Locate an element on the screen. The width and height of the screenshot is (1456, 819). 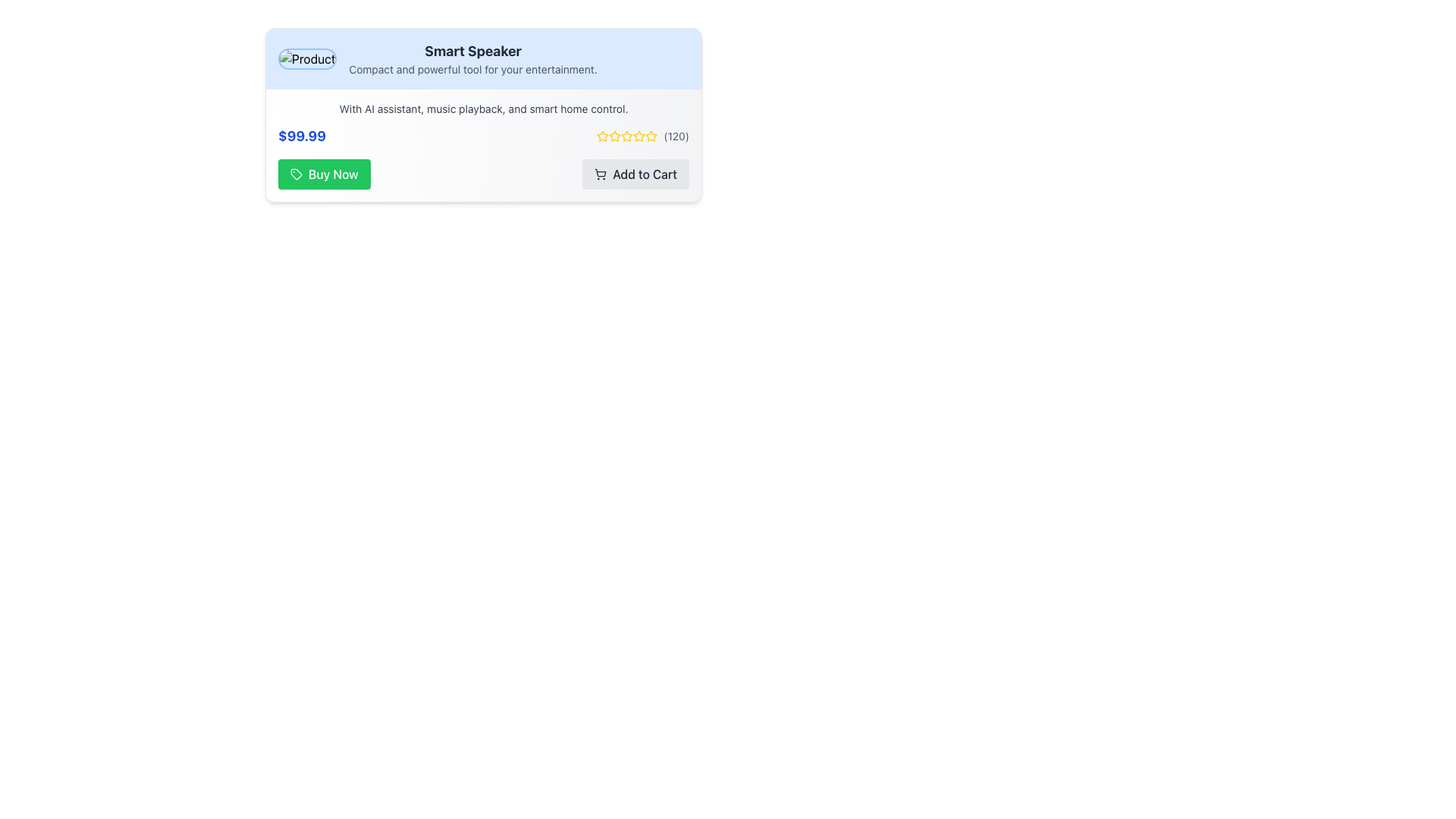
the fifth Rating Star Icon in the horizontal row of five stars, which visually represents the rating level of the product, located to the left of the text '(120)' and beneath the descriptive text of the product card is located at coordinates (651, 136).